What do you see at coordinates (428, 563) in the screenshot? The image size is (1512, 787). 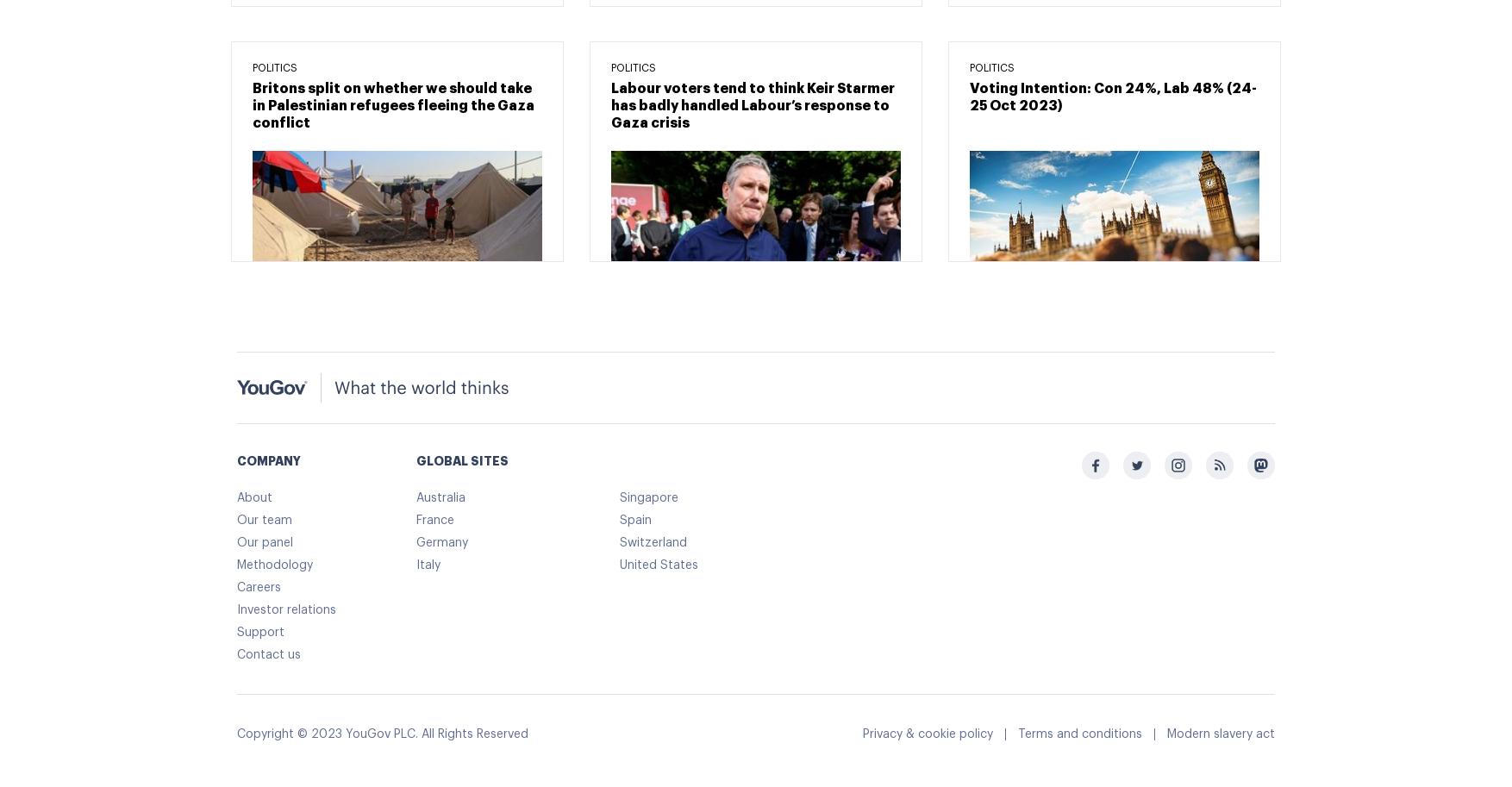 I see `'Italy'` at bounding box center [428, 563].